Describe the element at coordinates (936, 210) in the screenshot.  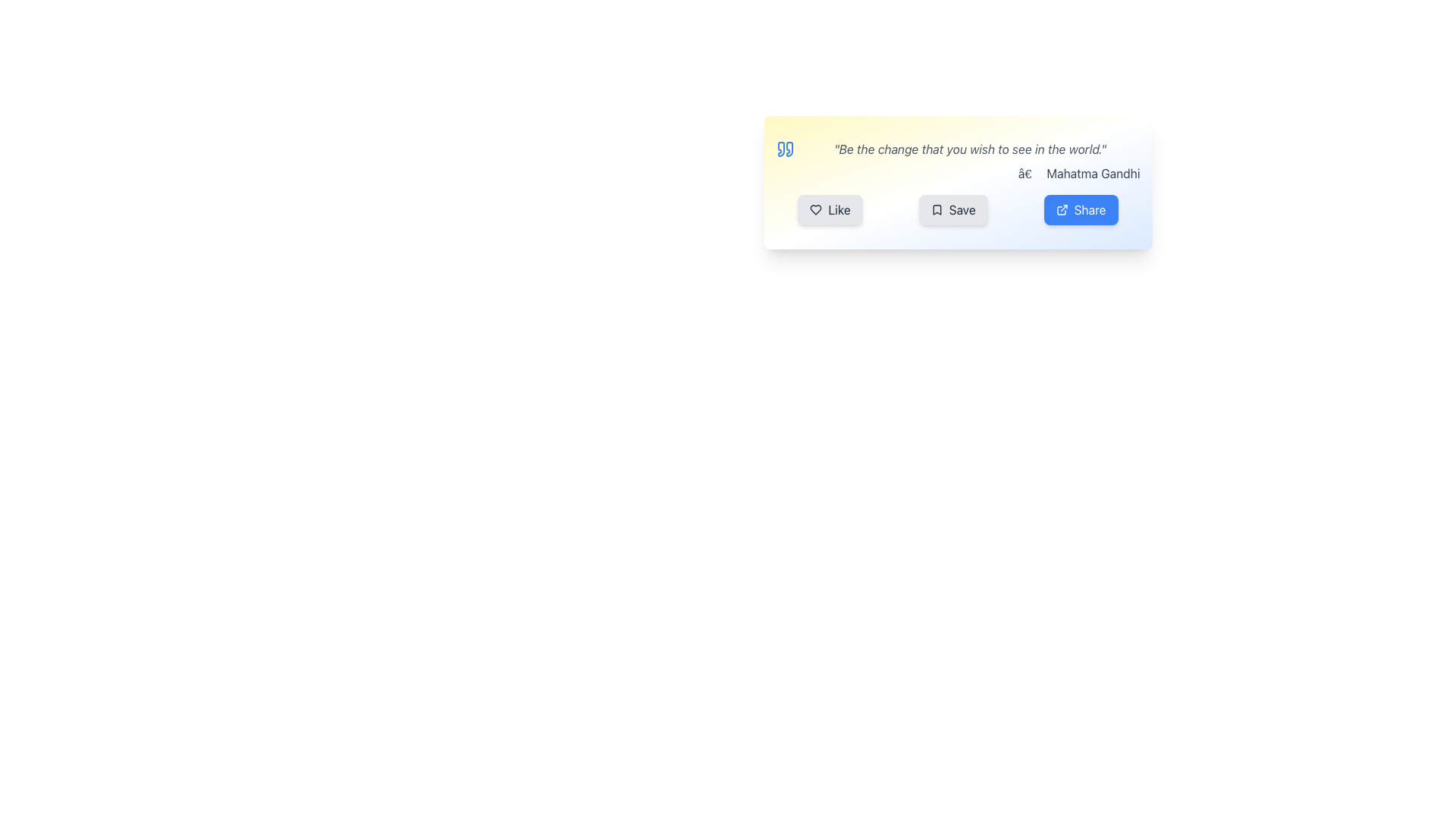
I see `the 'Save' button, which is part of a visual icon that allows users` at that location.